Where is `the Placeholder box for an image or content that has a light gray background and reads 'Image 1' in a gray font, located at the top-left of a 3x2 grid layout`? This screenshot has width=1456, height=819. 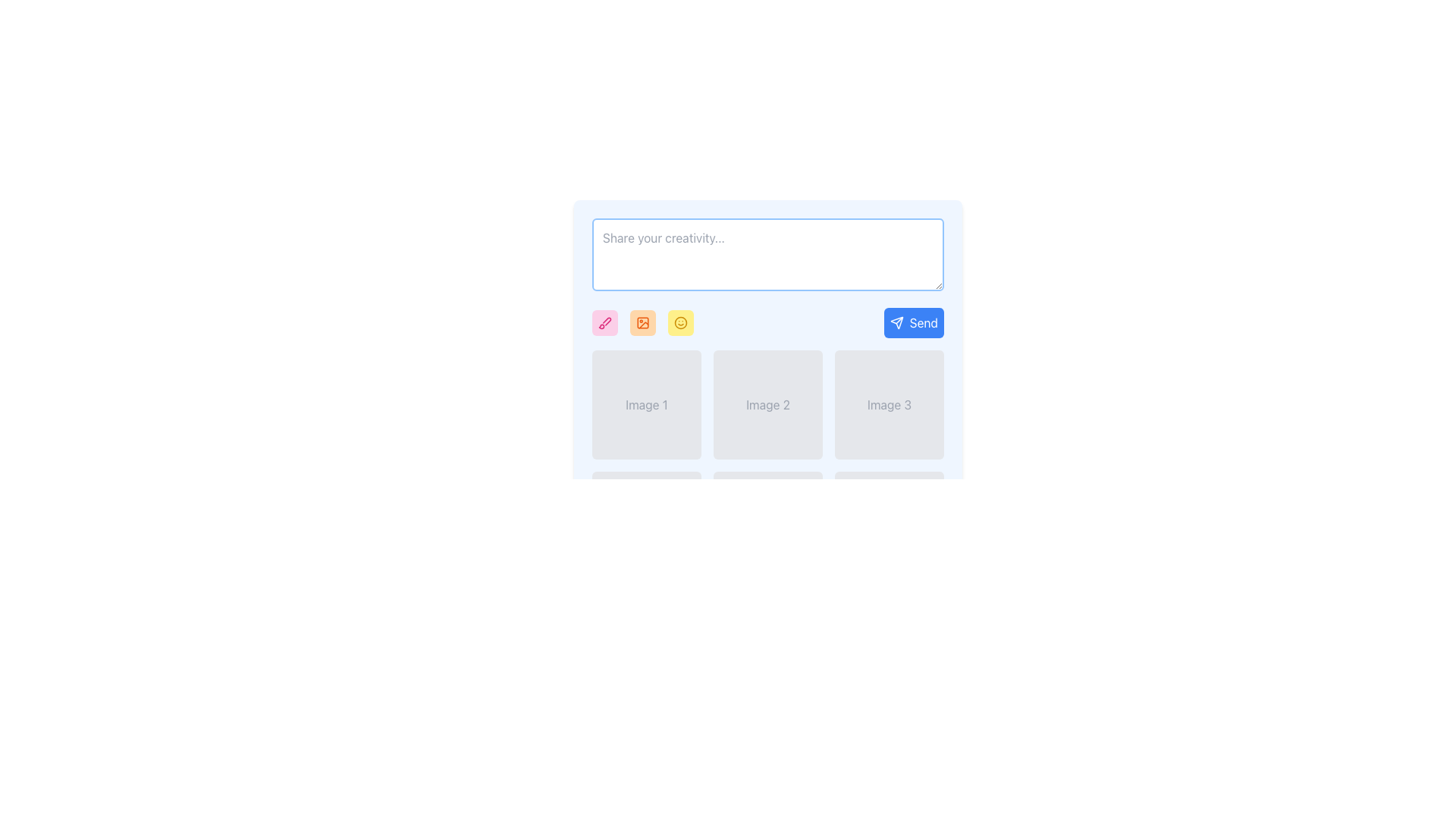
the Placeholder box for an image or content that has a light gray background and reads 'Image 1' in a gray font, located at the top-left of a 3x2 grid layout is located at coordinates (647, 403).